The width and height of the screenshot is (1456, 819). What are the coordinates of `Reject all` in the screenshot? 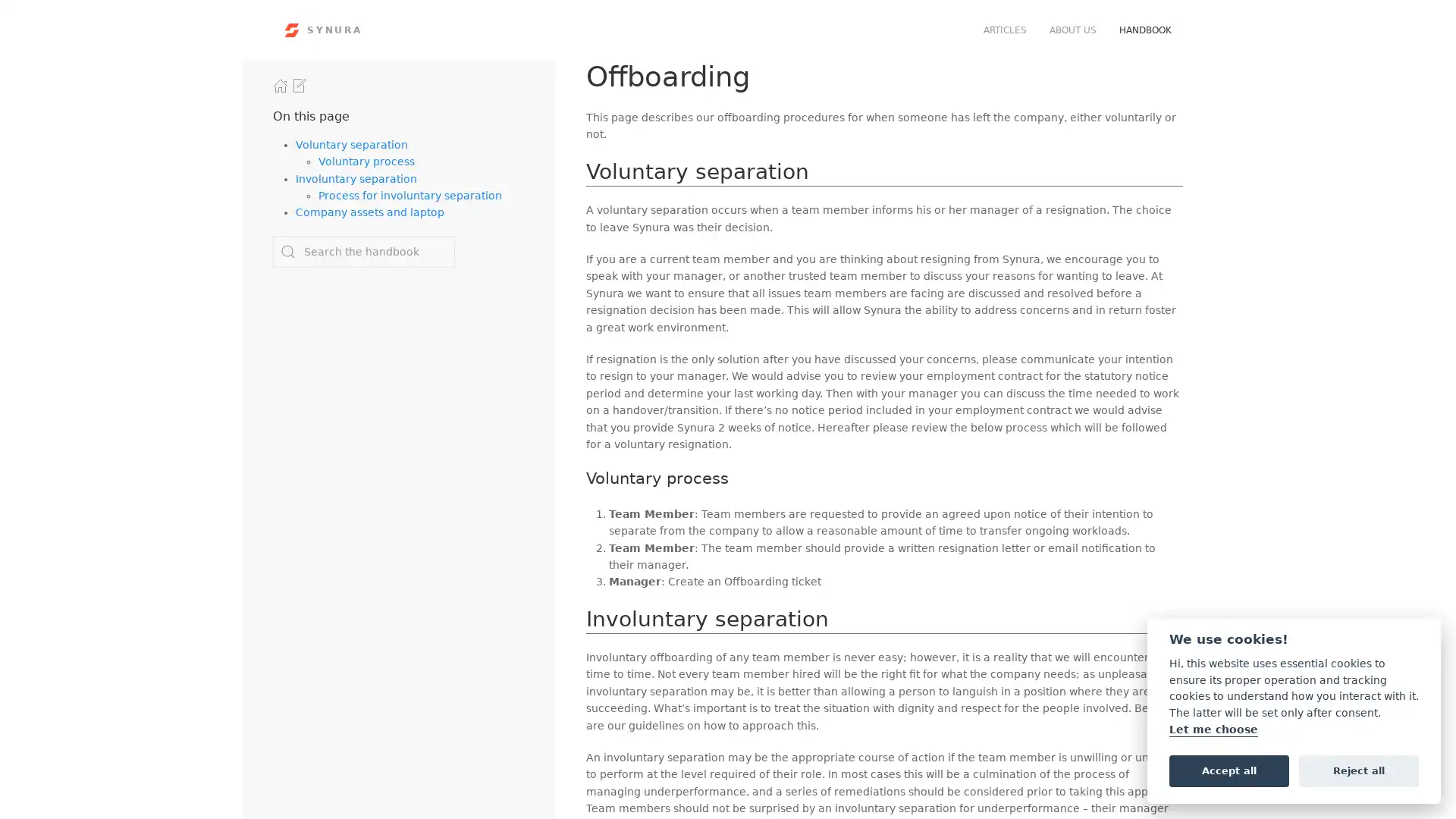 It's located at (1358, 770).